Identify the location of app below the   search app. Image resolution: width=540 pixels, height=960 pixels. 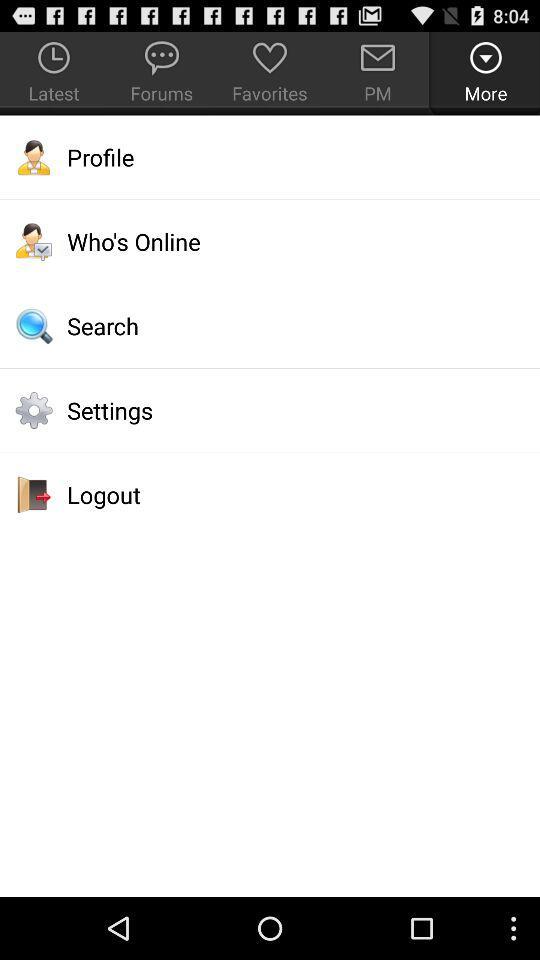
(270, 409).